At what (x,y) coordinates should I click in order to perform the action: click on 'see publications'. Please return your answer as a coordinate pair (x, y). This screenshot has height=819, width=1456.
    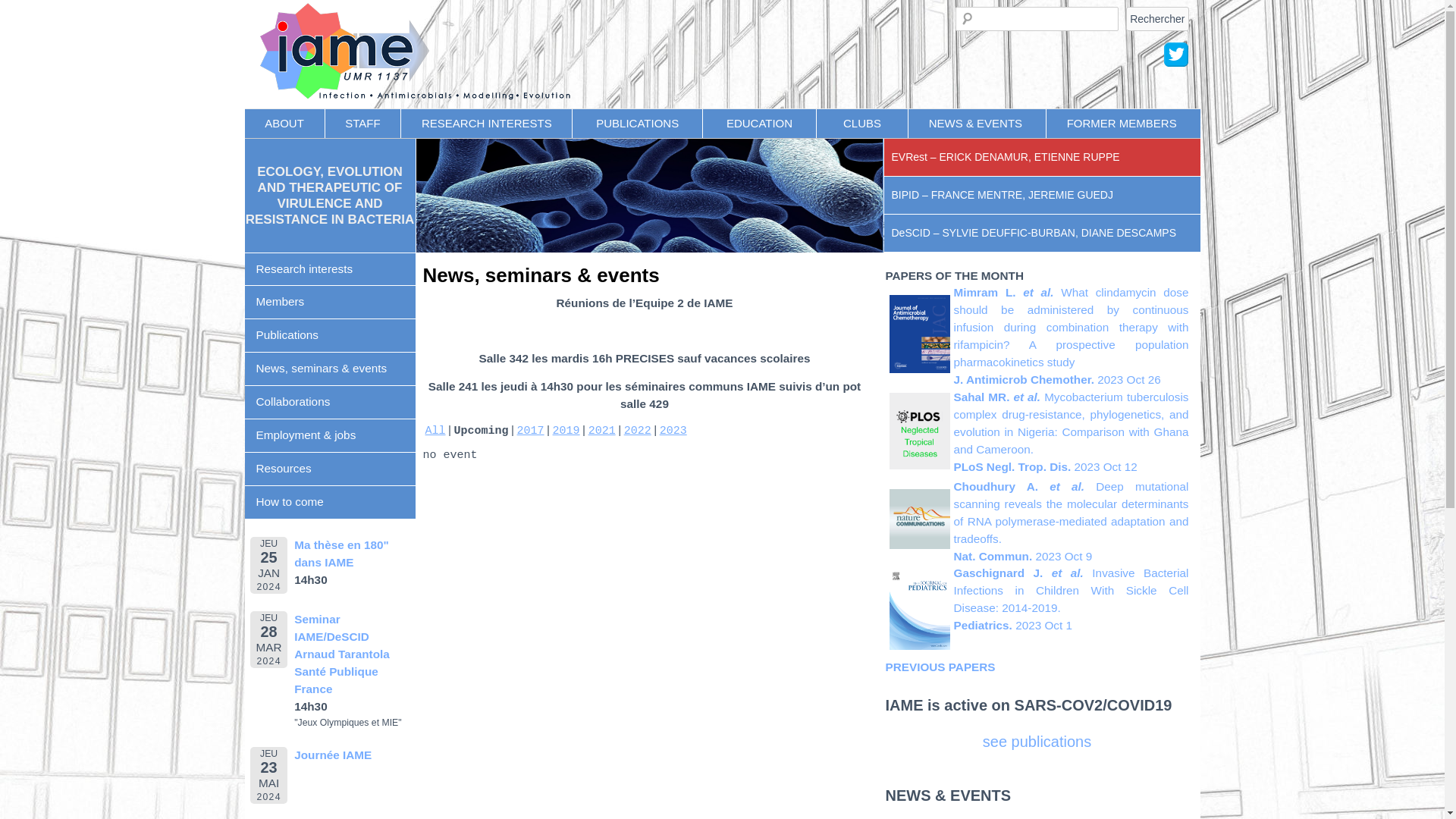
    Looking at the image, I should click on (1036, 741).